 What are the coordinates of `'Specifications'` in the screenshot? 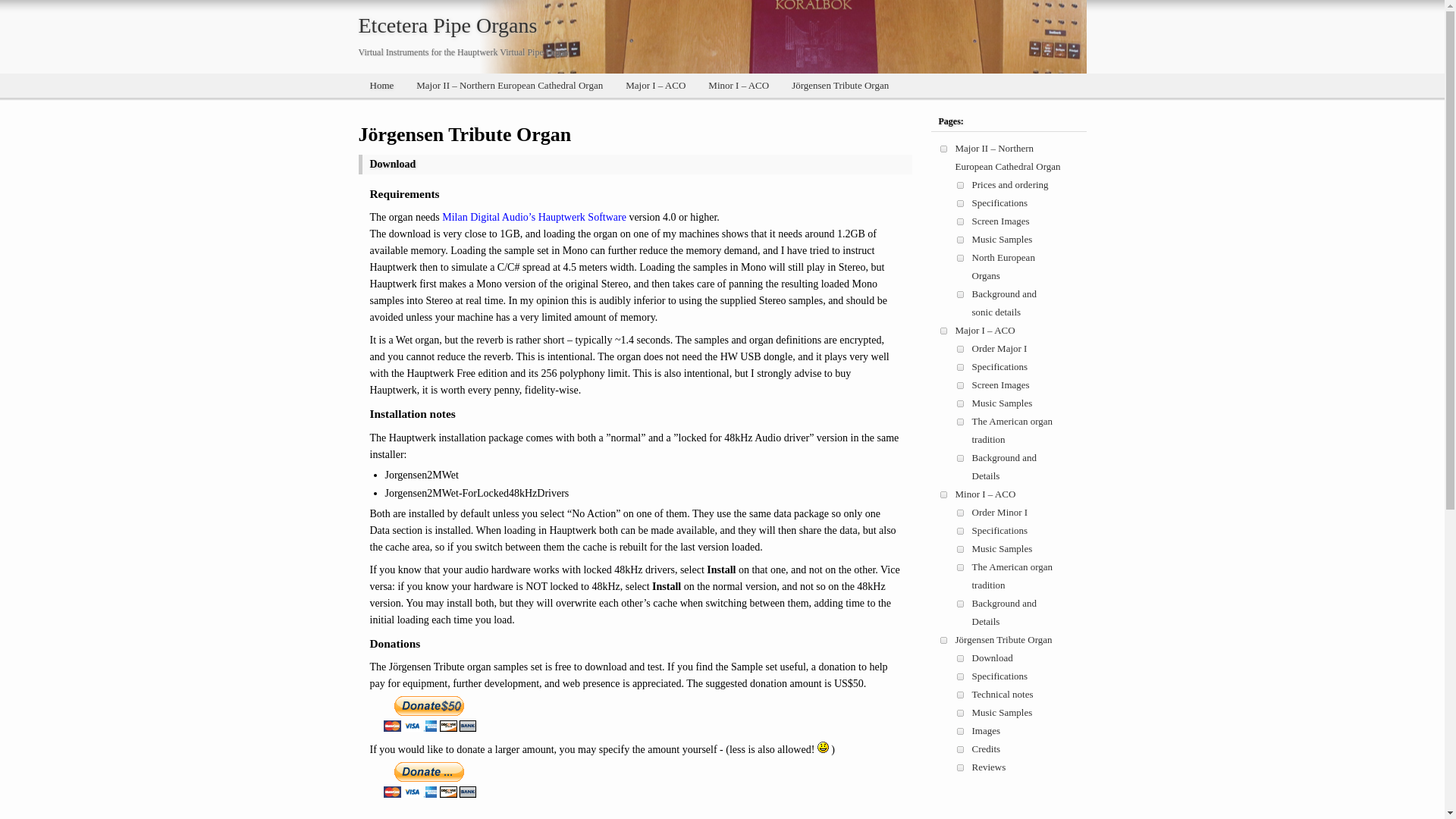 It's located at (1000, 366).